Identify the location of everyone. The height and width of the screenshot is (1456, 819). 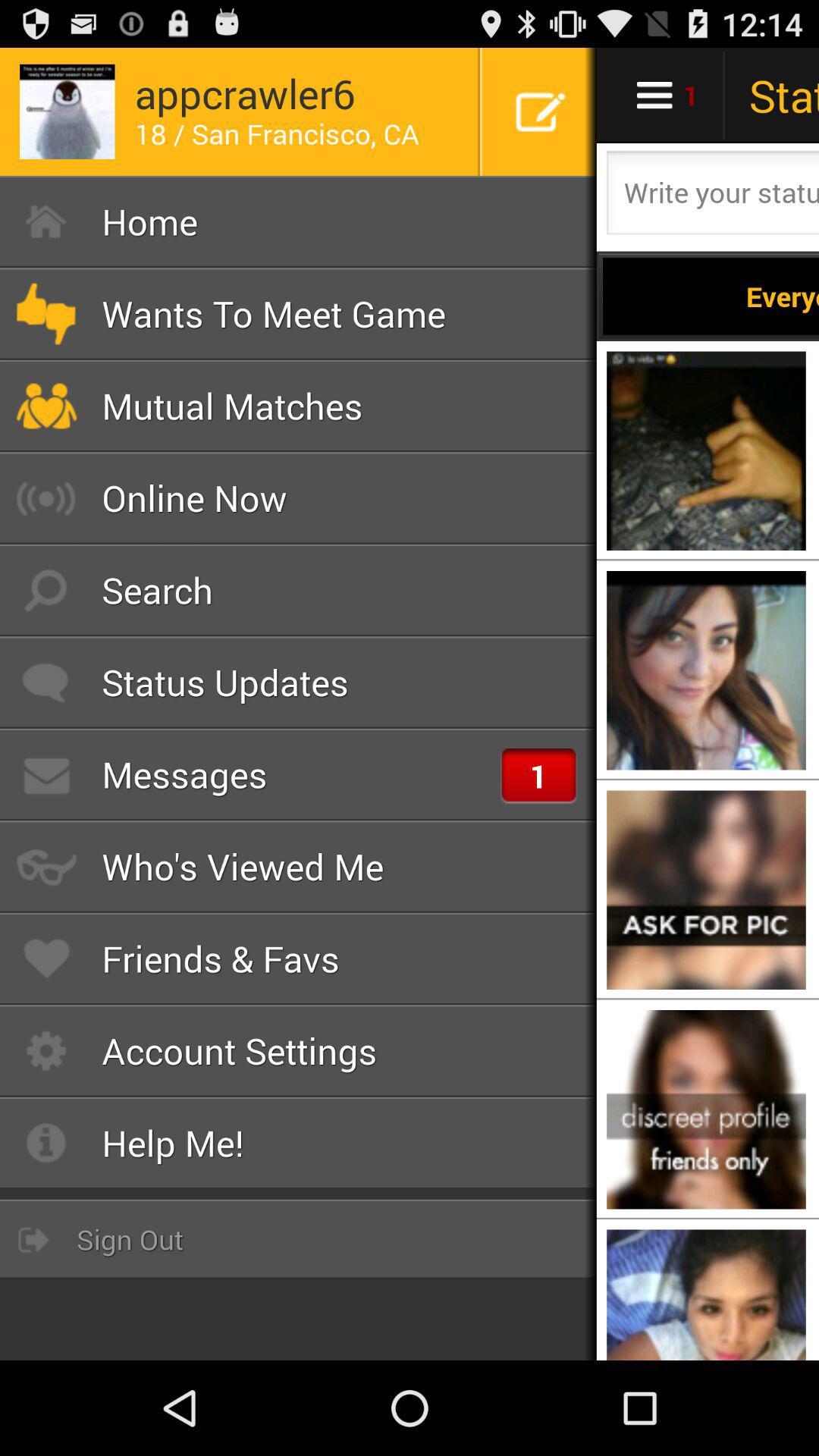
(711, 296).